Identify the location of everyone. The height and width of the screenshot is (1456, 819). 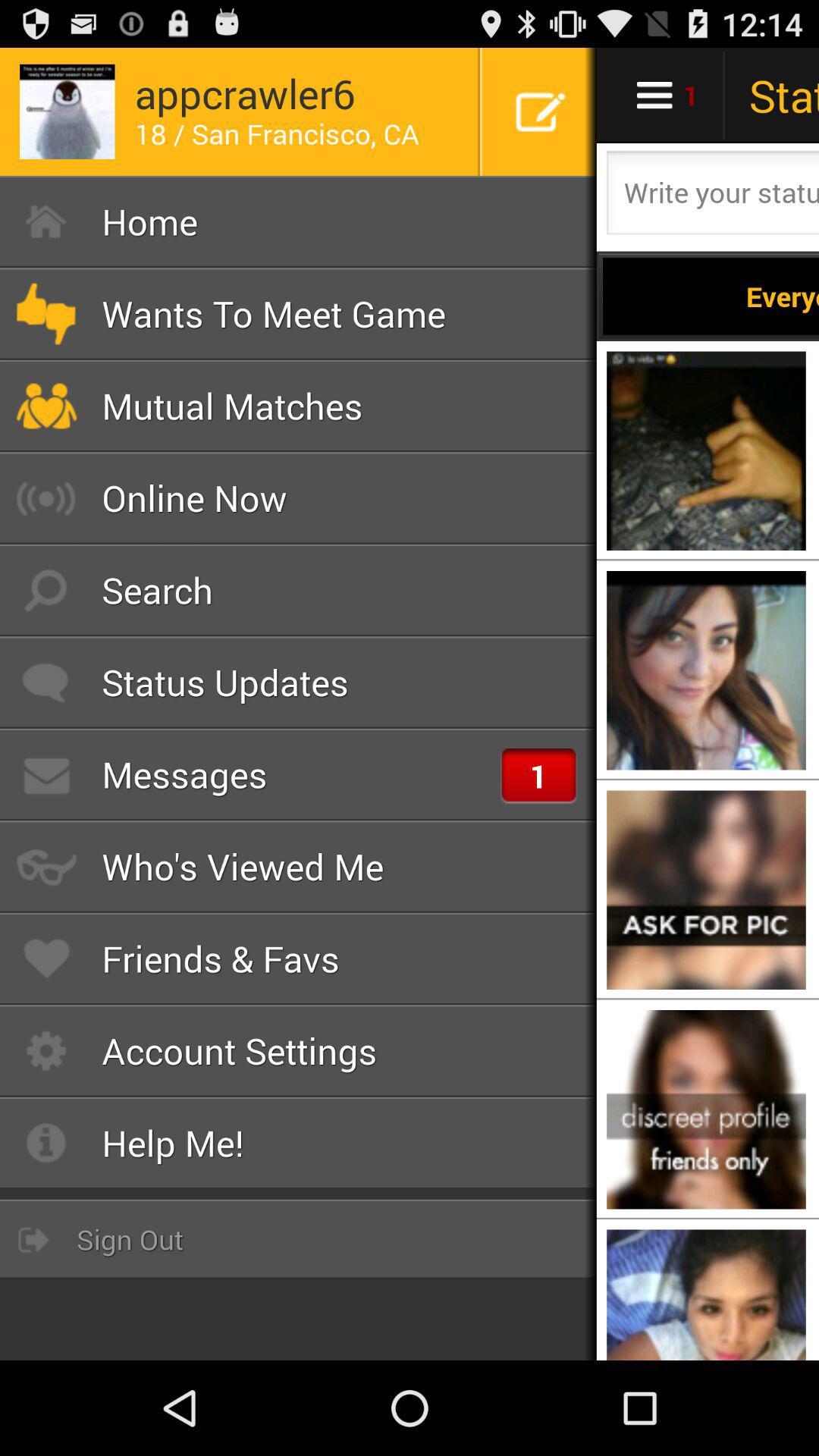
(711, 296).